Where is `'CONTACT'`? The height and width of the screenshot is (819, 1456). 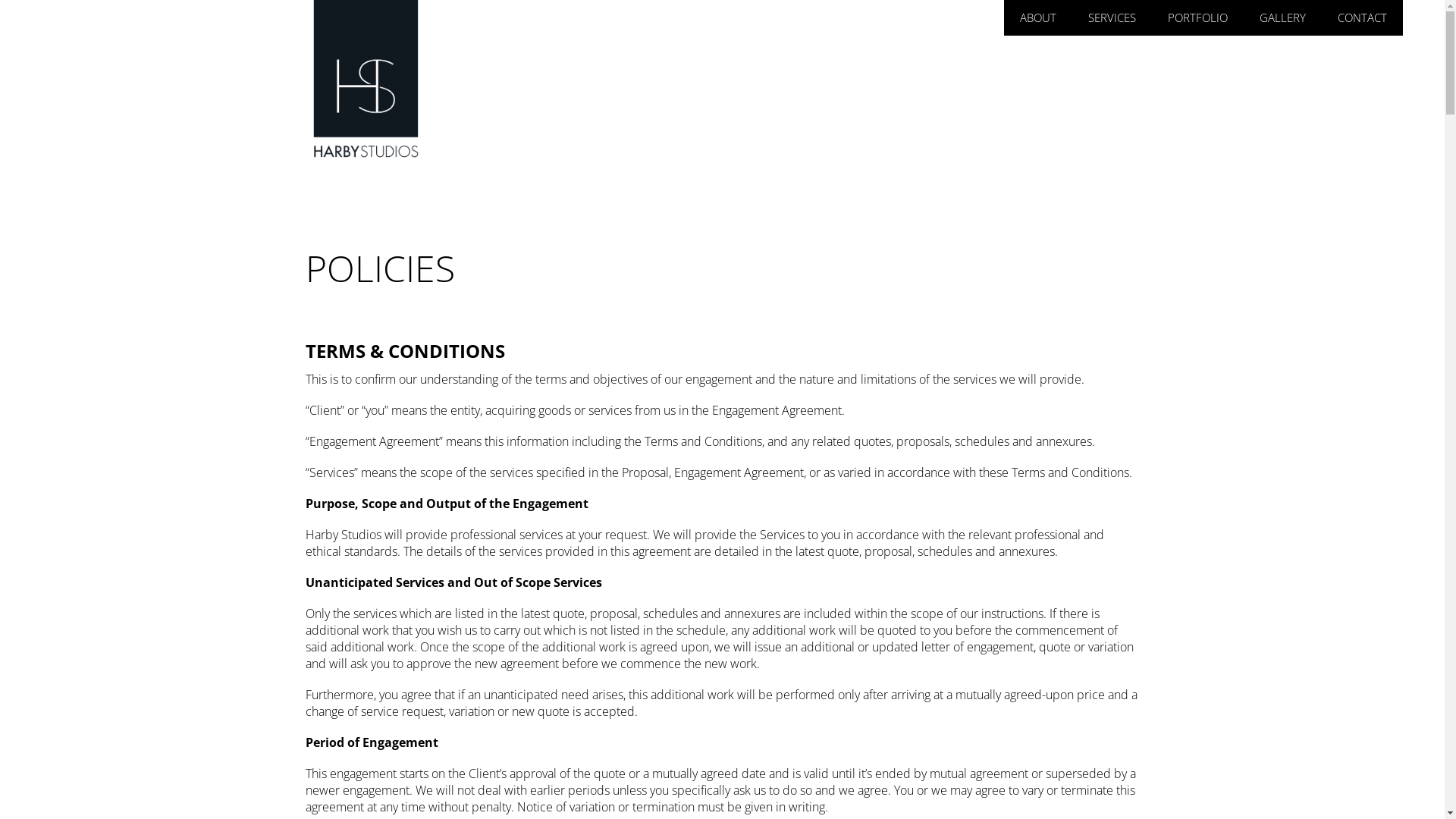
'CONTACT' is located at coordinates (1362, 17).